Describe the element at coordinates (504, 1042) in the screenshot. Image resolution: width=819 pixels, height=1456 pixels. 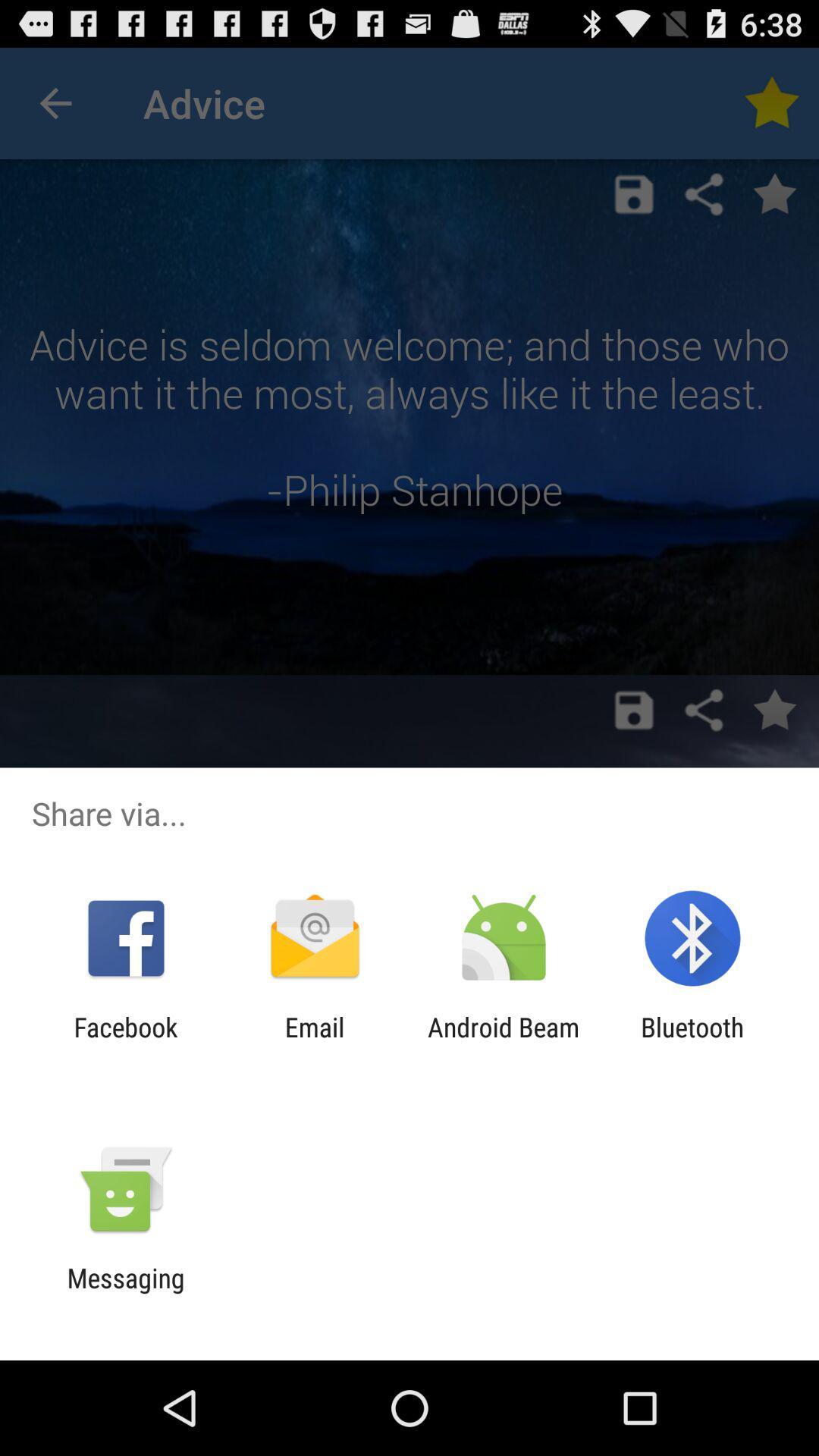
I see `the app to the left of bluetooth app` at that location.